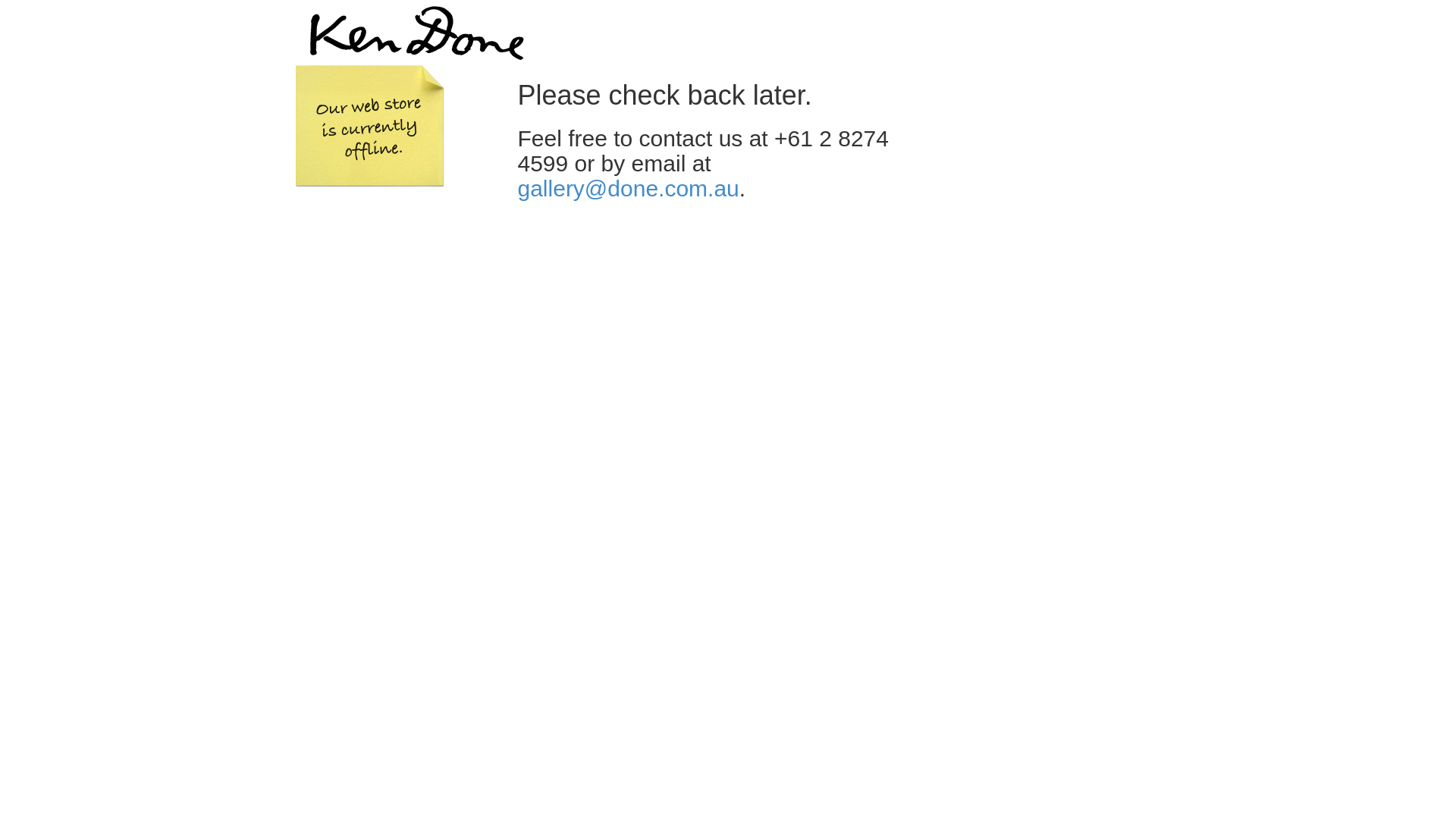 Image resolution: width=1456 pixels, height=819 pixels. Describe the element at coordinates (628, 187) in the screenshot. I see `'gallery@done.com.au'` at that location.